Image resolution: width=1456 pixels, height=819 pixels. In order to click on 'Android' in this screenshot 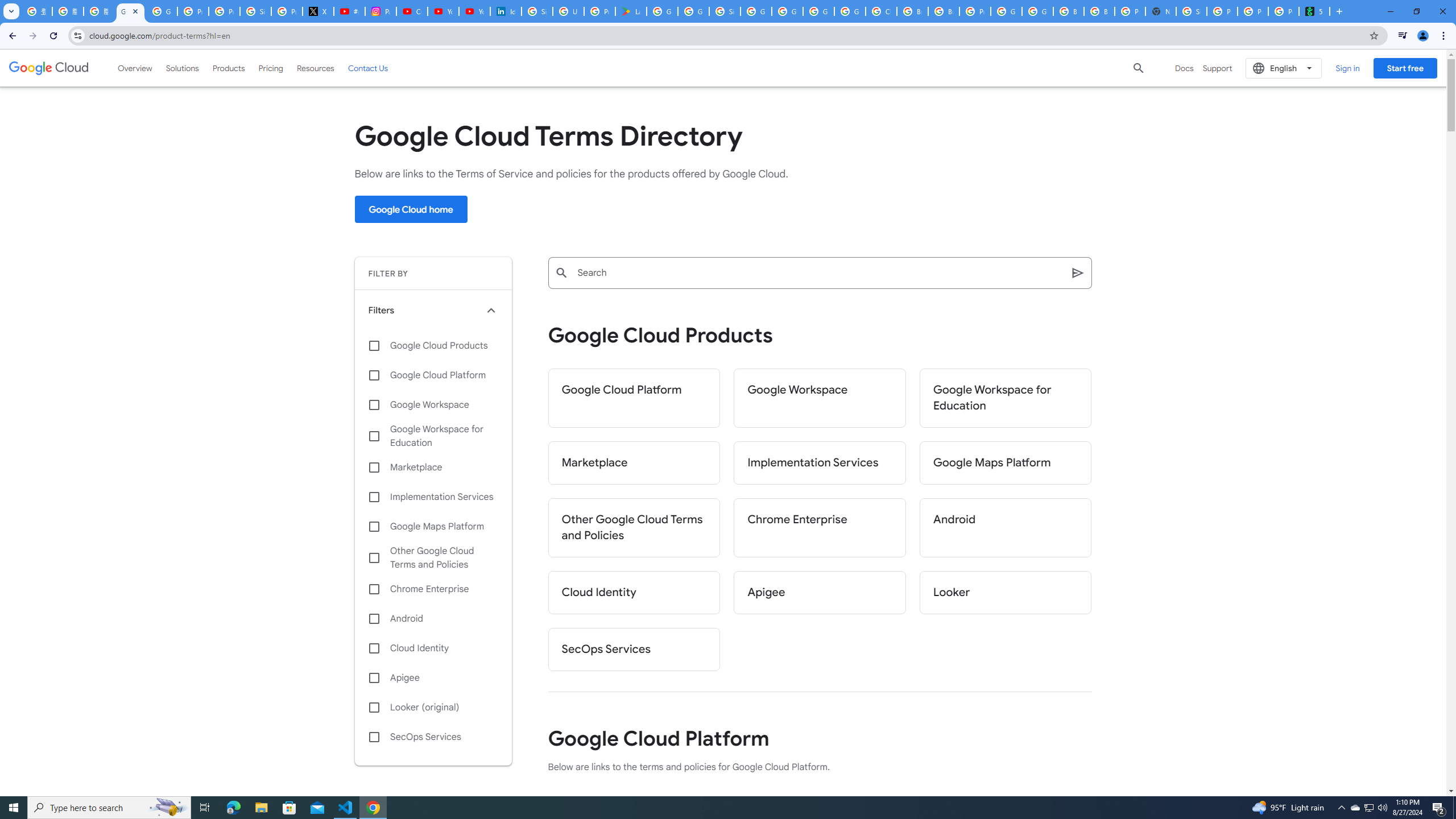, I will do `click(433, 618)`.